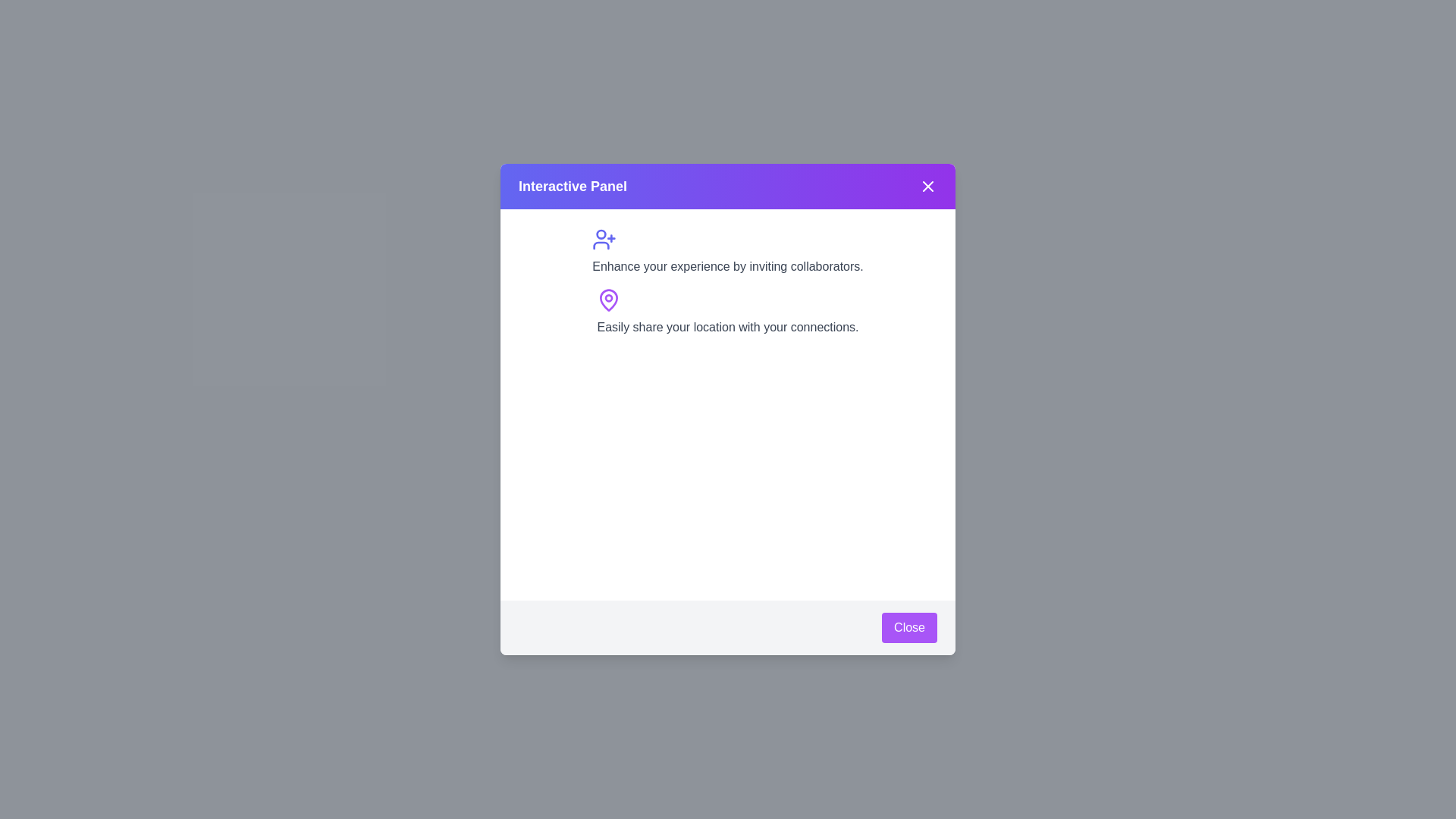 Image resolution: width=1456 pixels, height=819 pixels. I want to click on the map pin icon, which has a purple stroke color, located within a clean and modern interface panel, situated near the center of the panel below a header and a collaboration icon, so click(609, 300).